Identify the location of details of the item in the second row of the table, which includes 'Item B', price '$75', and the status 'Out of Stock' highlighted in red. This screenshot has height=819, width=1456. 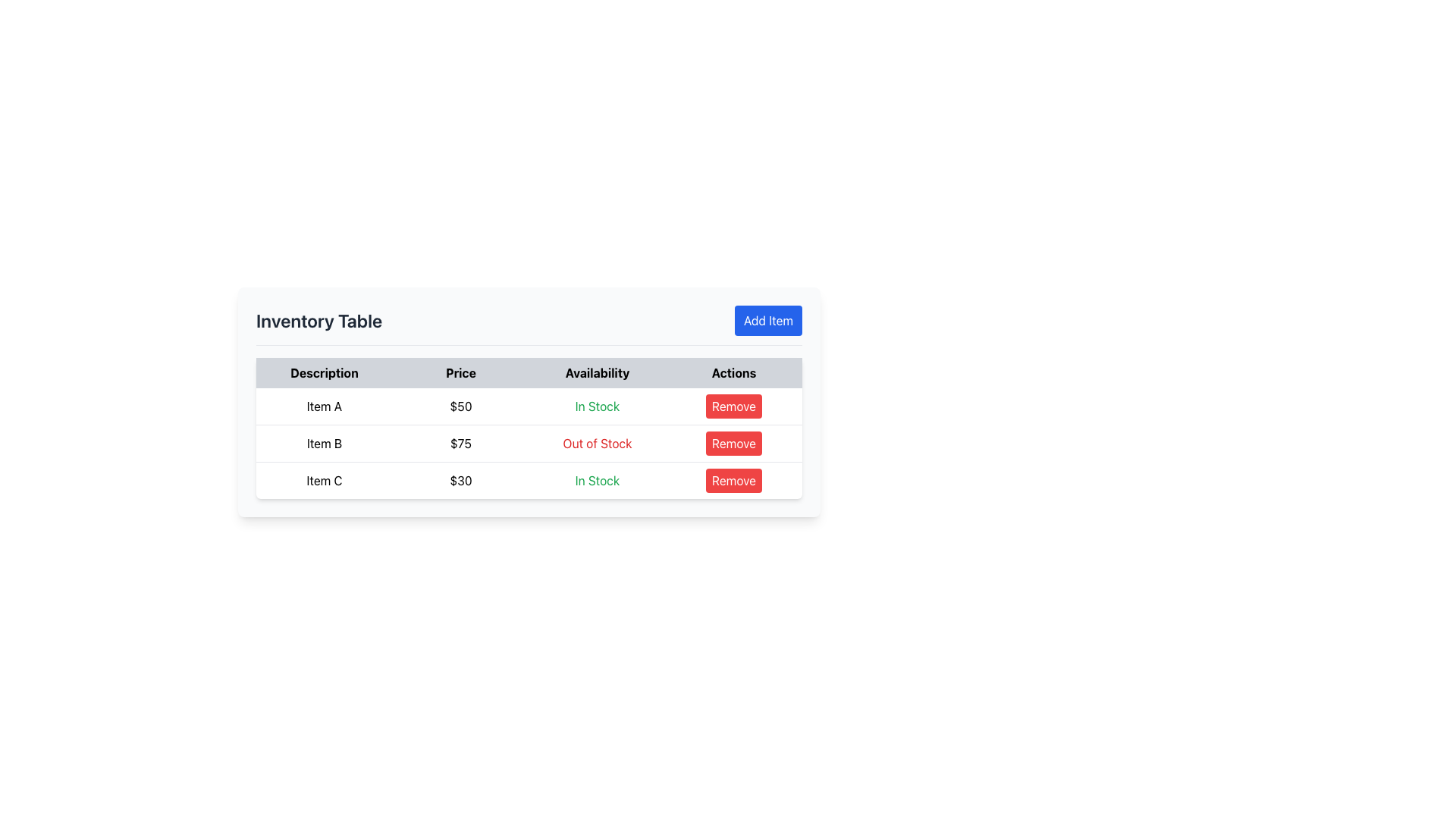
(529, 444).